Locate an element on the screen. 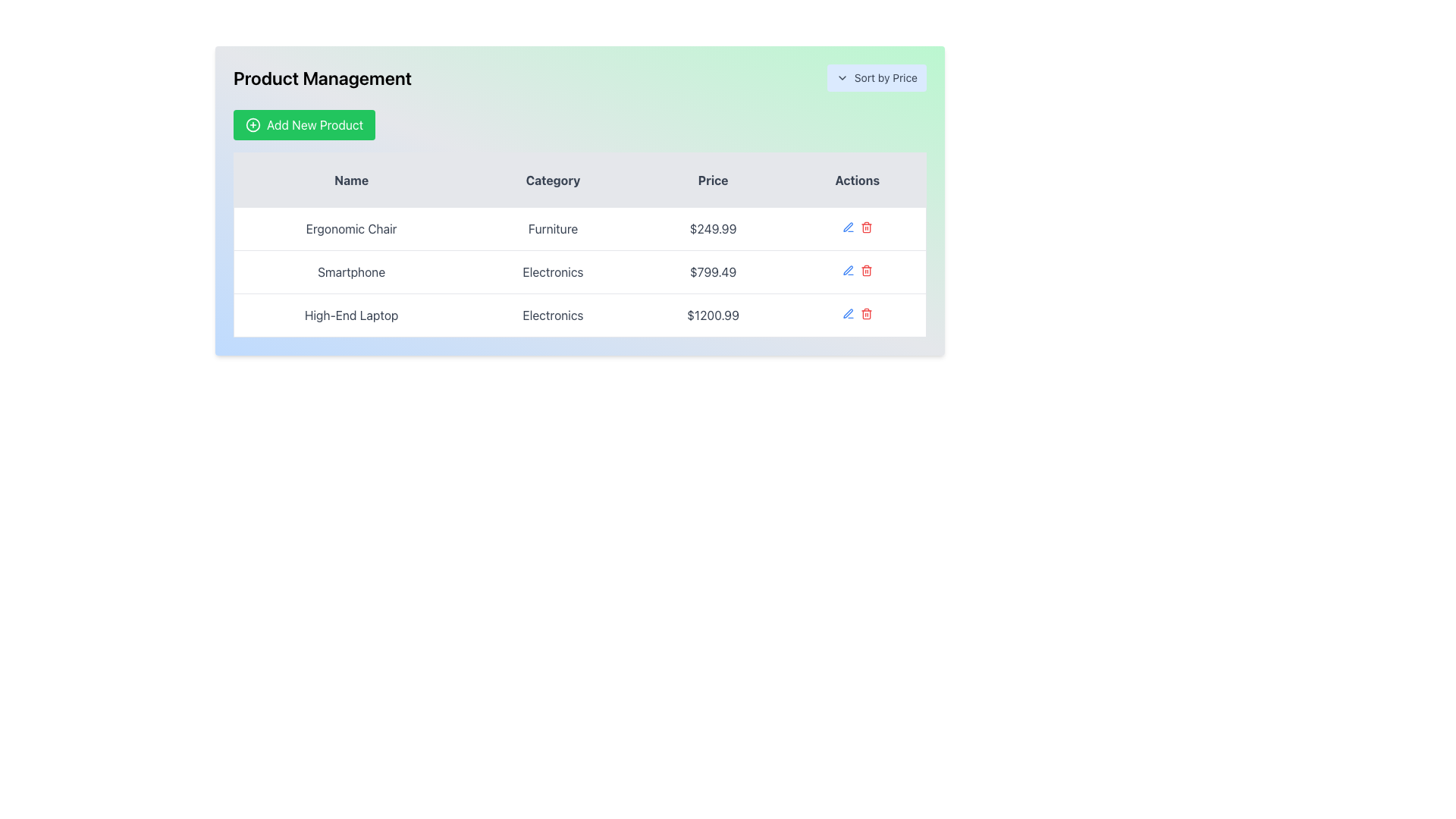 This screenshot has height=819, width=1456. the 'Name' text label in the table header, which indicates the first column for descriptive names in the 'Product Management' section is located at coordinates (350, 179).